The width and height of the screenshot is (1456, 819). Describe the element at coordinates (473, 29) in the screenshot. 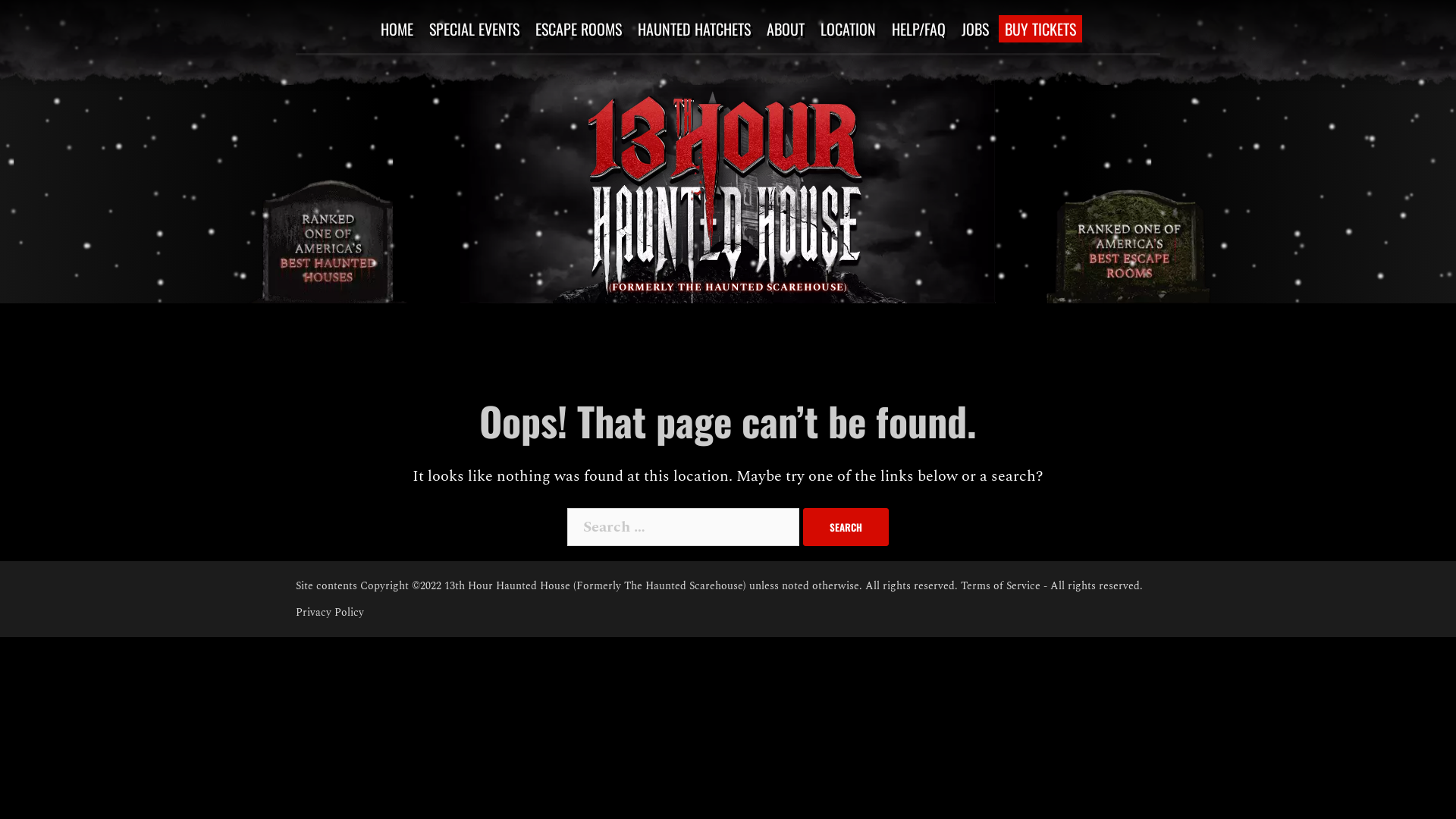

I see `'SPECIAL EVENTS'` at that location.